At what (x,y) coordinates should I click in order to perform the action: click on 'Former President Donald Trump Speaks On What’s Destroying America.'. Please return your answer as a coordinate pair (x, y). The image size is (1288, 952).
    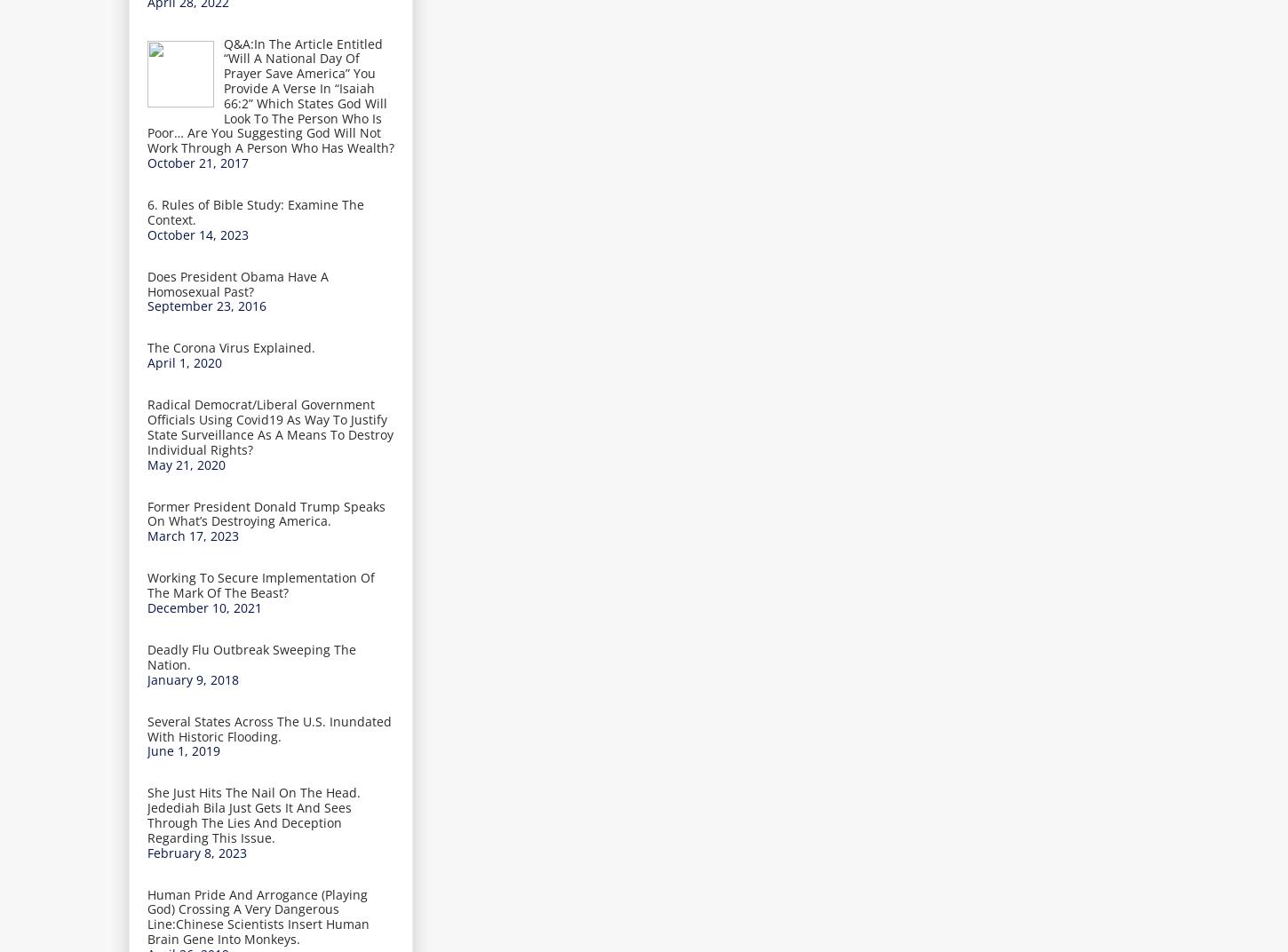
    Looking at the image, I should click on (266, 512).